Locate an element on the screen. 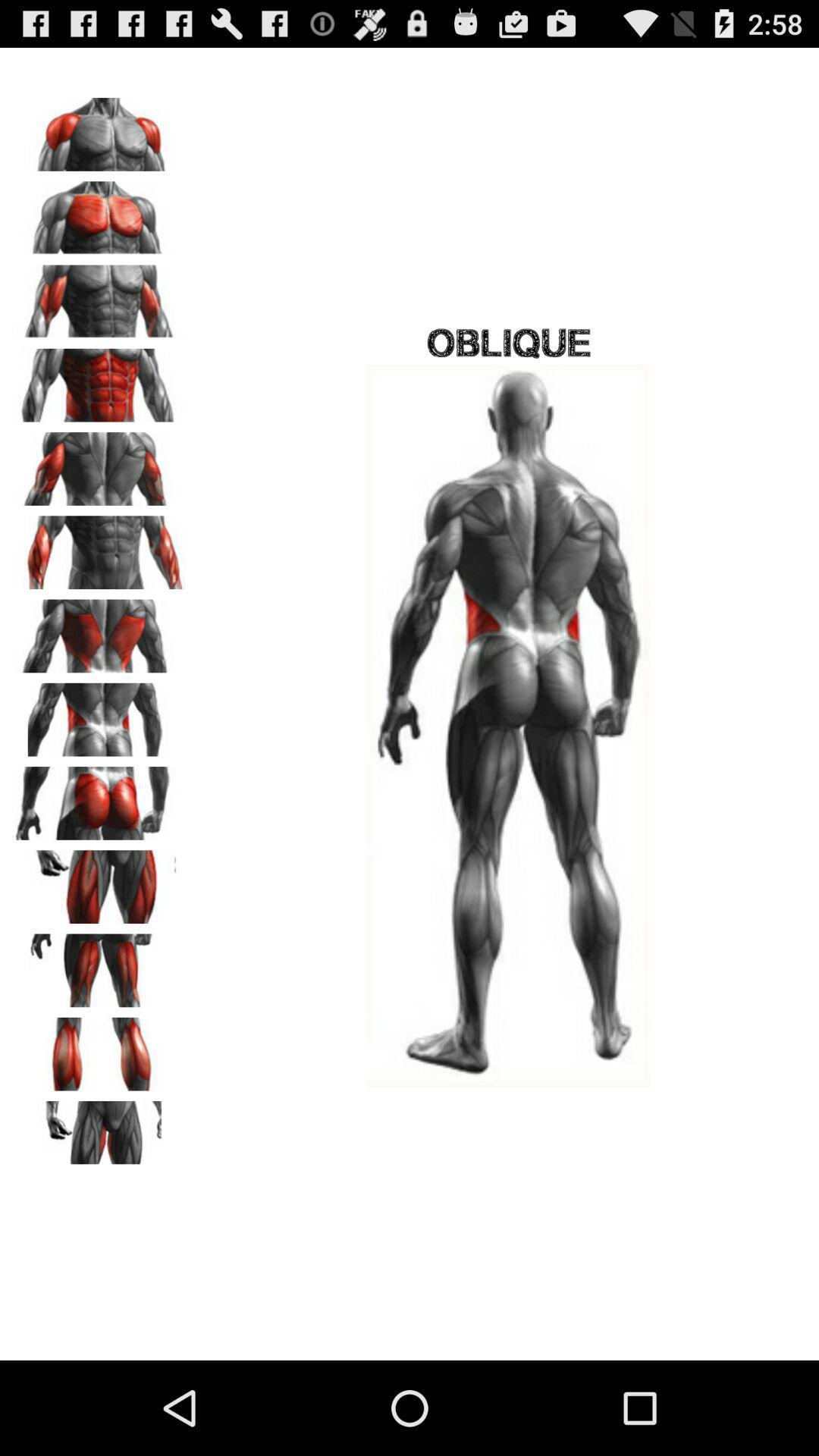 Image resolution: width=819 pixels, height=1456 pixels. the pause icon is located at coordinates (99, 1122).